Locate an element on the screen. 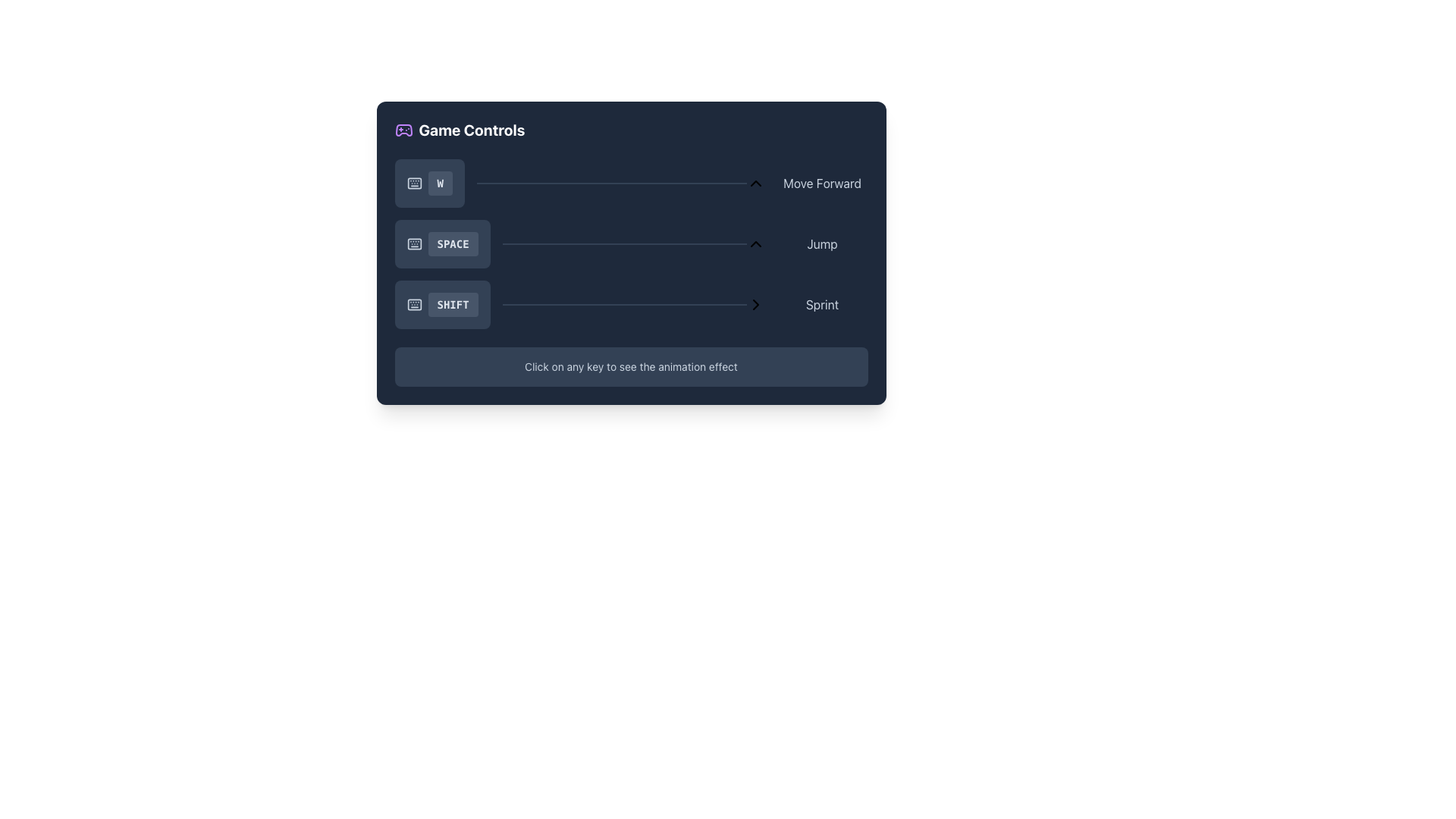 The height and width of the screenshot is (819, 1456). the SVG icon resembling a keyboard that is light gray in color and located to the left of the 'SPACE' text label in the second row of controls is located at coordinates (414, 243).